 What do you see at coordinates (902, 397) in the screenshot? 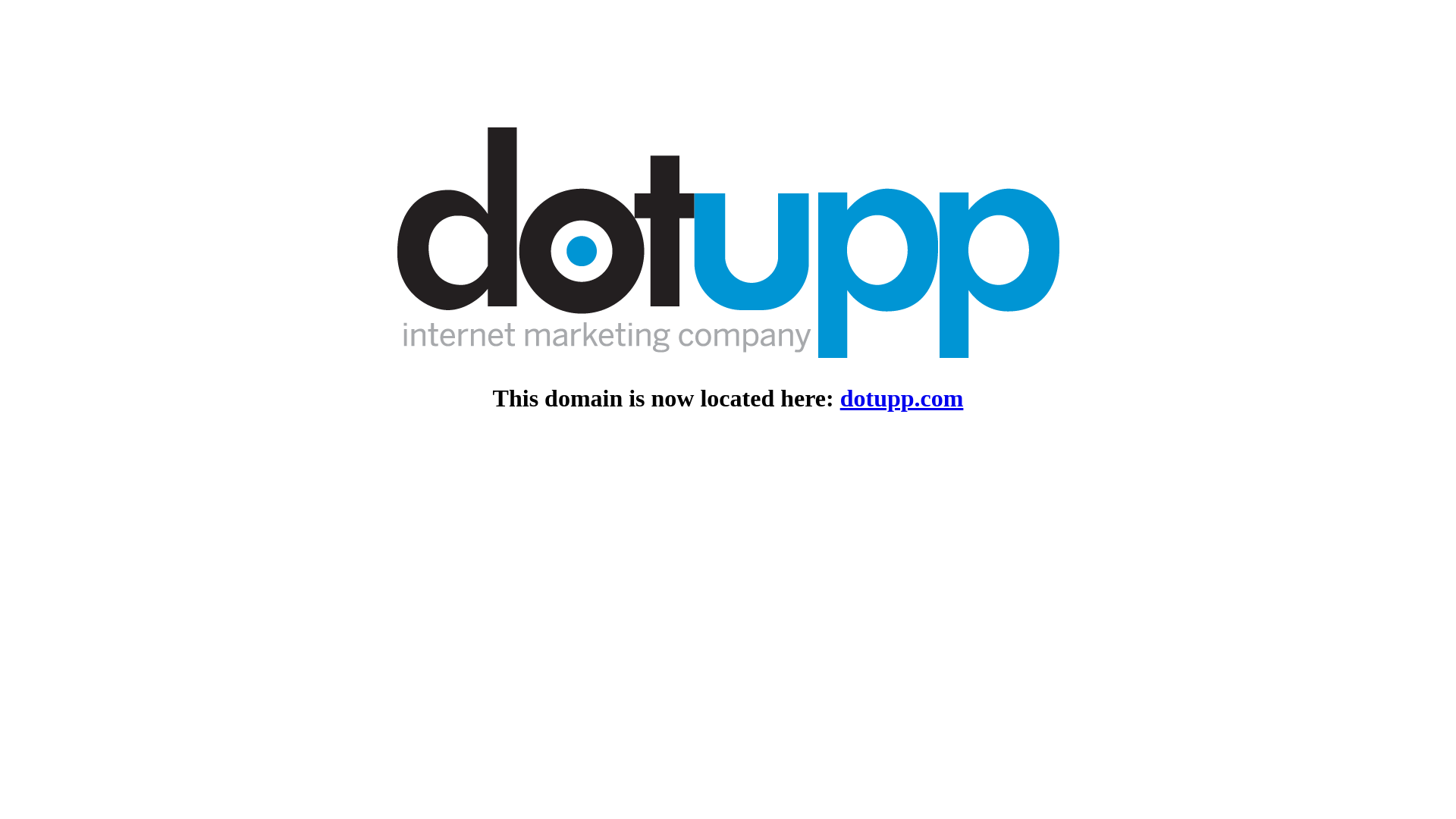
I see `'dotupp.com'` at bounding box center [902, 397].